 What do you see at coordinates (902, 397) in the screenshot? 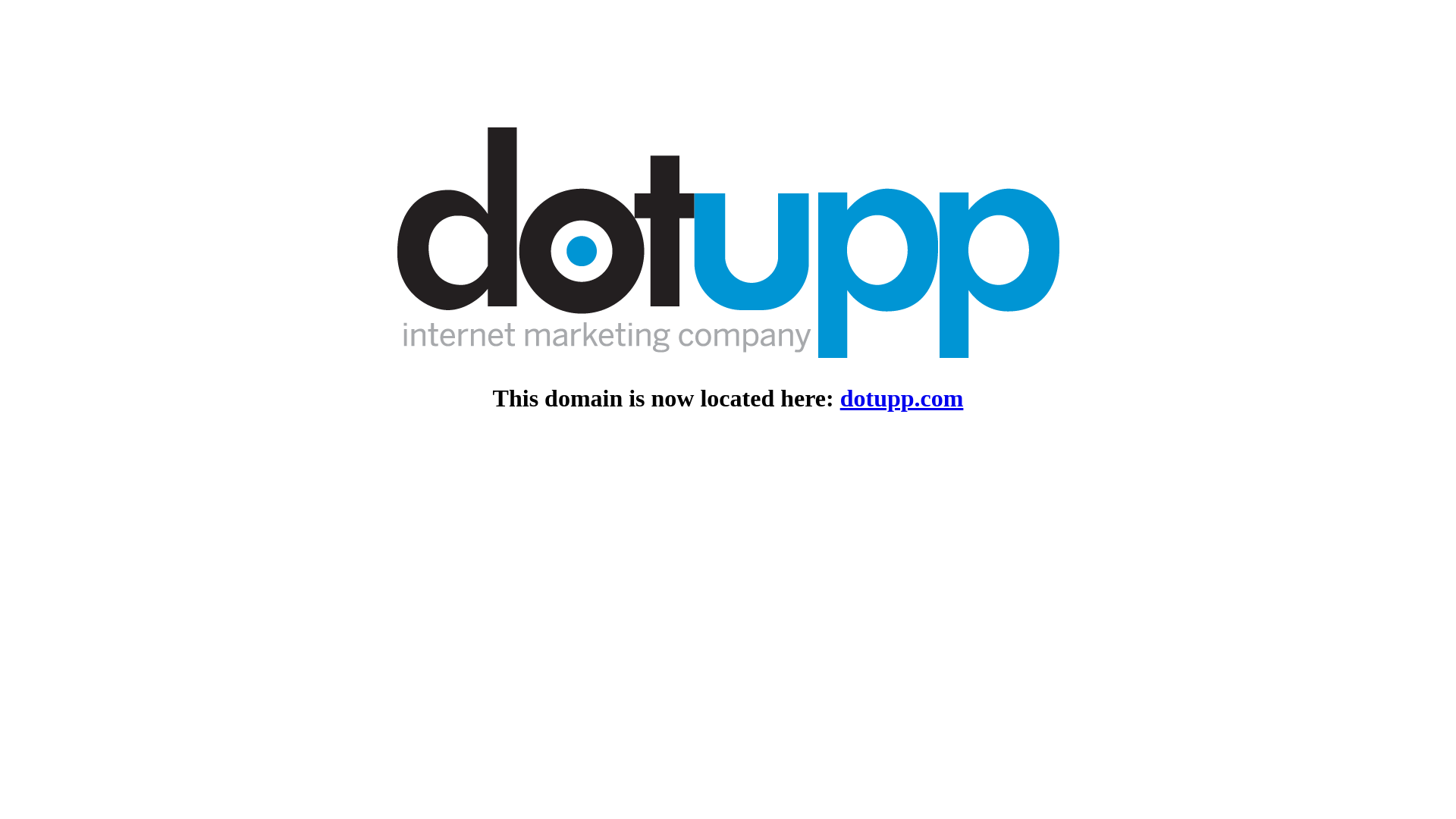
I see `'dotupp.com'` at bounding box center [902, 397].